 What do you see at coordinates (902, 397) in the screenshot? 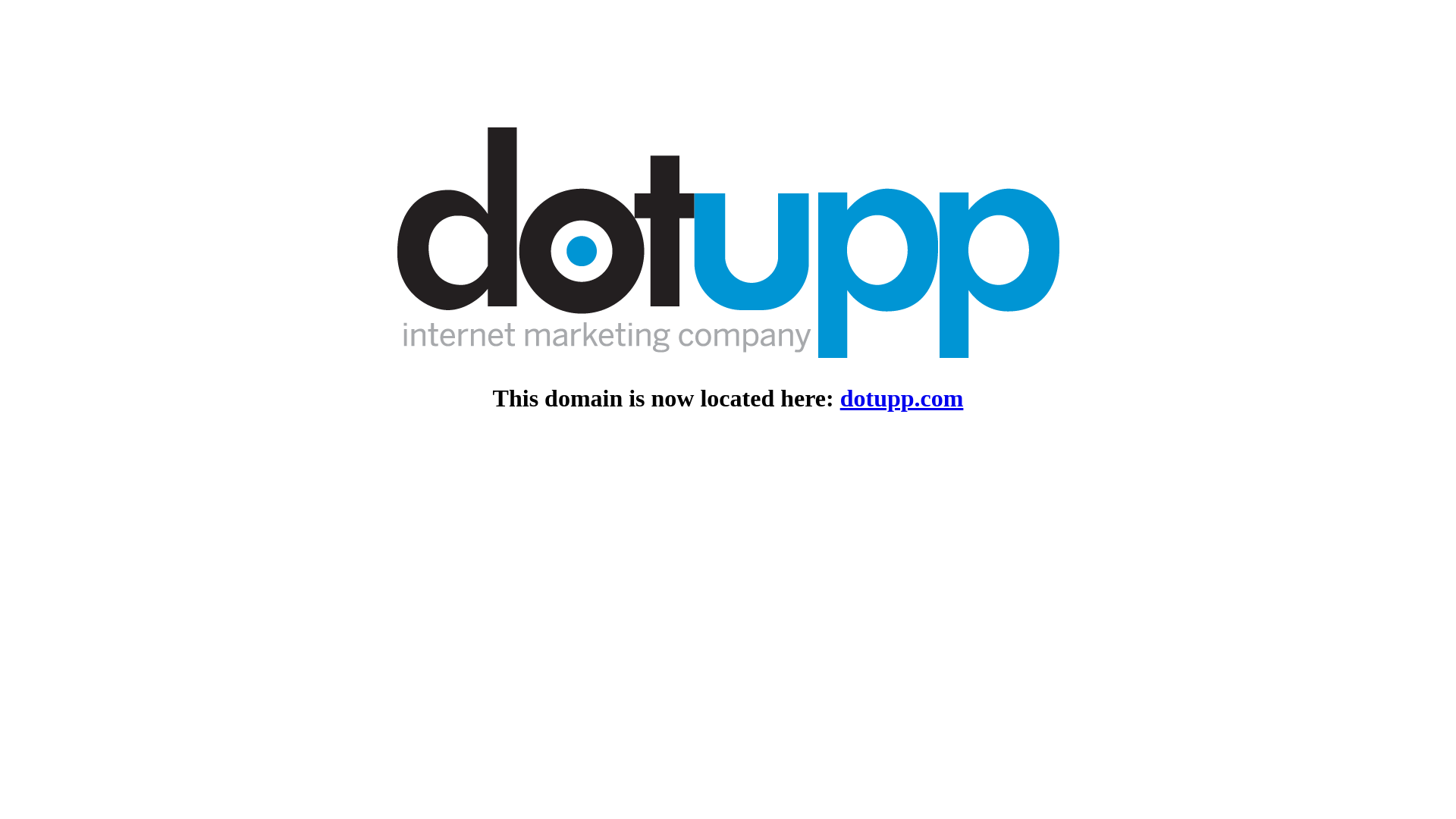
I see `'dotupp.com'` at bounding box center [902, 397].